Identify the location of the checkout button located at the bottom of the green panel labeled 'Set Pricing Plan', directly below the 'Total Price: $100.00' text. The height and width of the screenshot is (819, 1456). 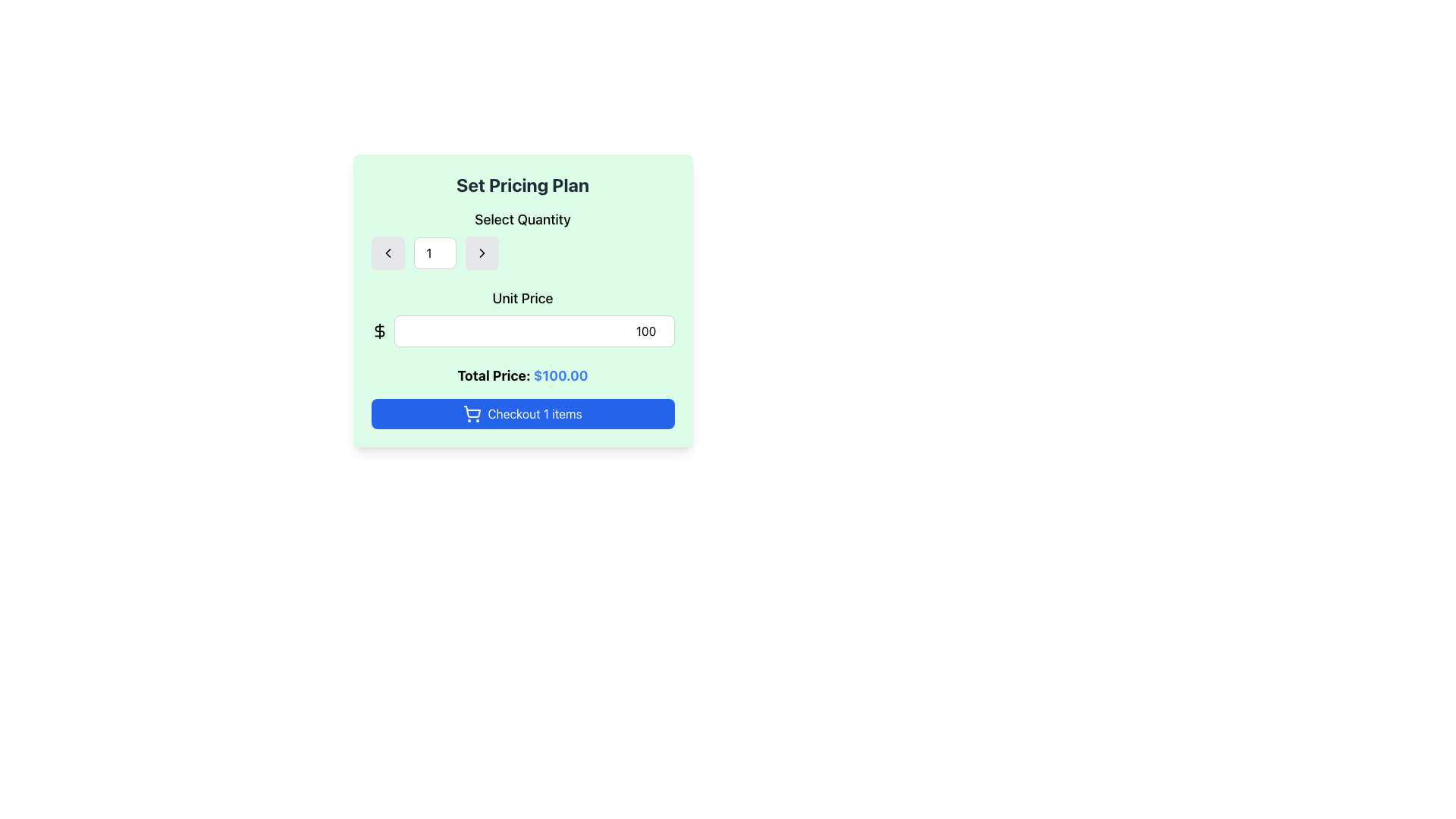
(522, 414).